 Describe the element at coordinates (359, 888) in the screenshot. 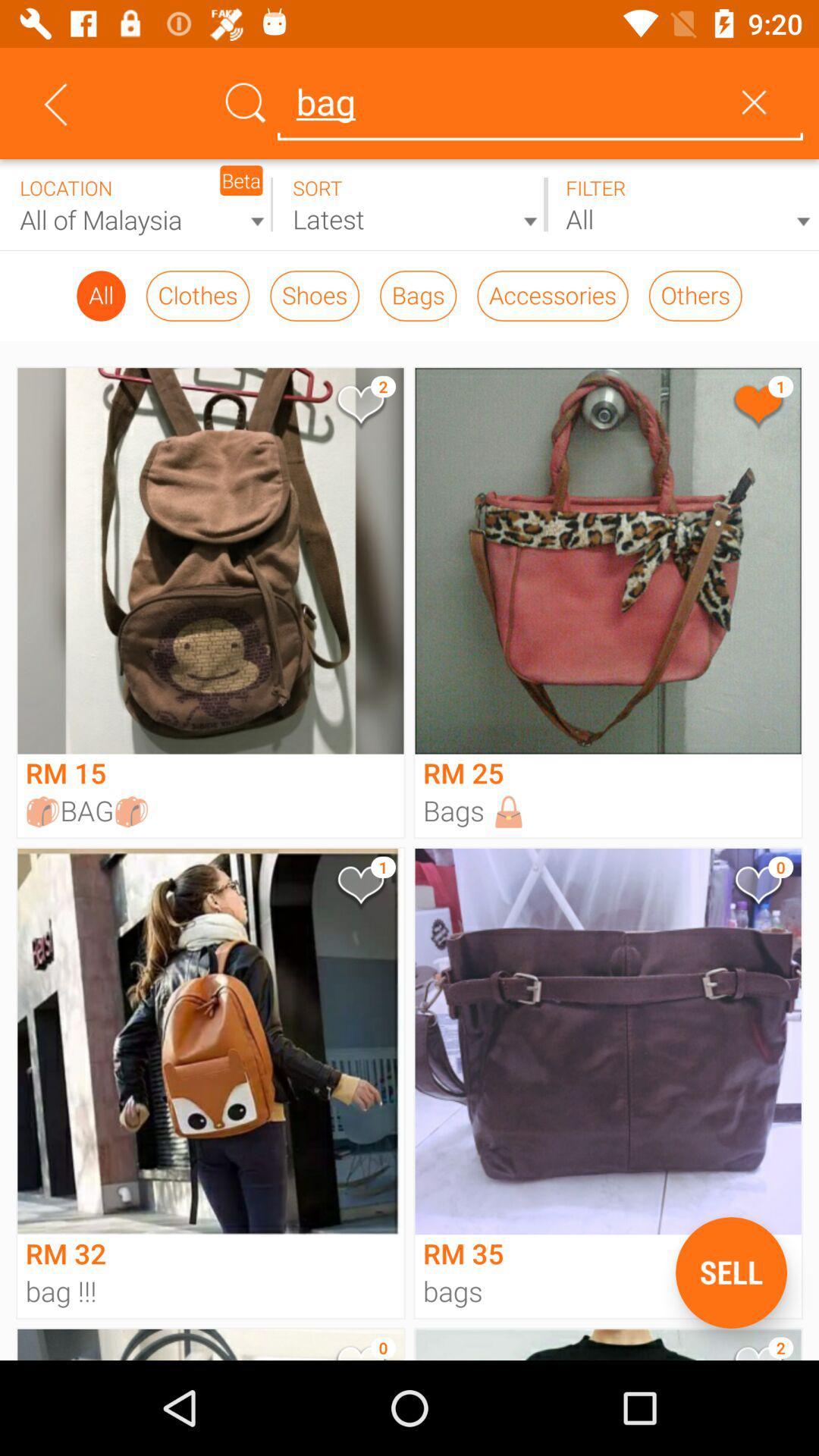

I see `my favorite model` at that location.